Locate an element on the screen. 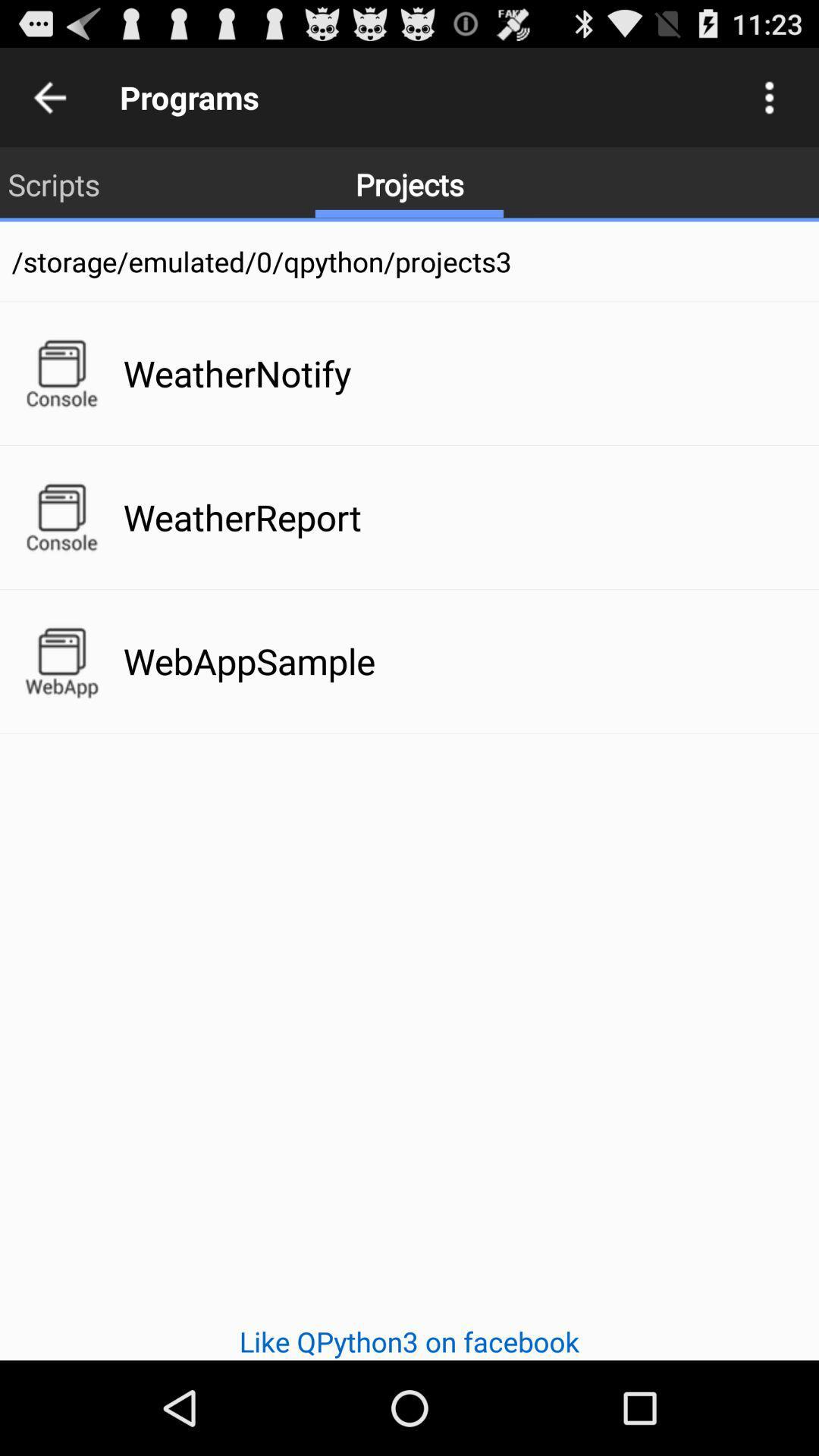  the web app option is located at coordinates (61, 661).